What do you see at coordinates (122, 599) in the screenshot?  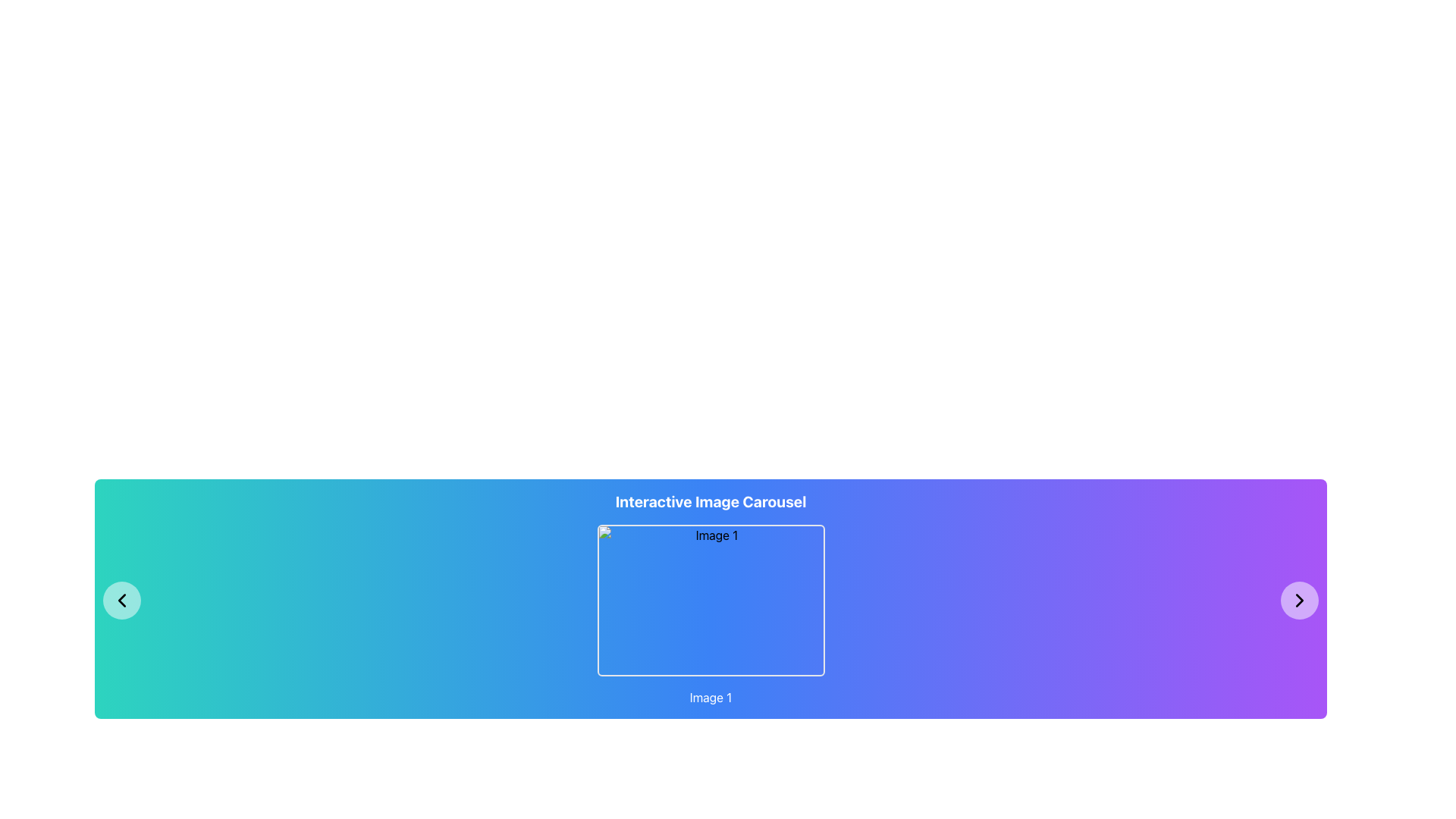 I see `the circular icon button on the left edge of the carousel` at bounding box center [122, 599].